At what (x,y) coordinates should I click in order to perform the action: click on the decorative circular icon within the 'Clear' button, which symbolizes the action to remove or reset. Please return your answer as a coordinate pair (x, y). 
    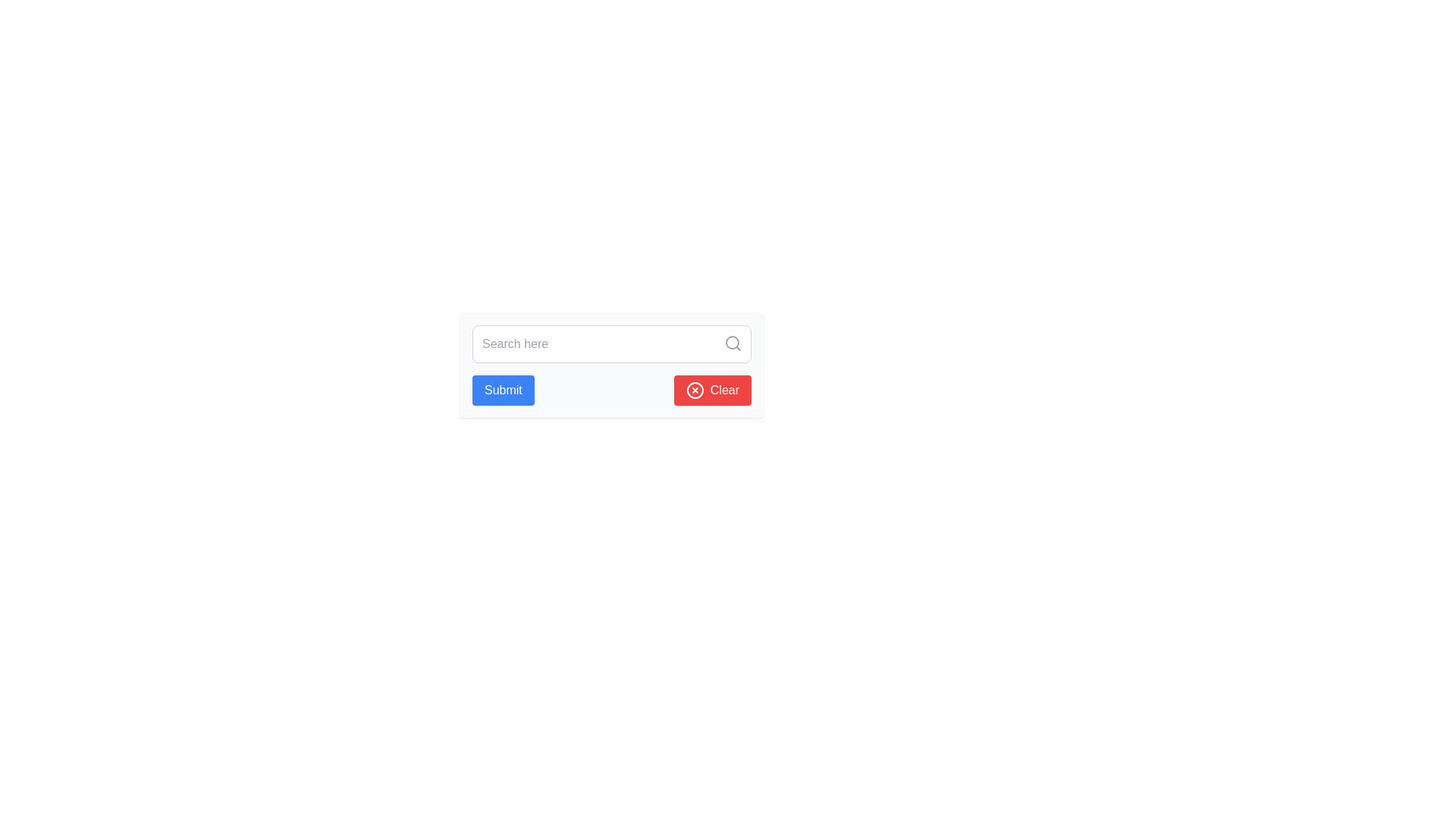
    Looking at the image, I should click on (694, 390).